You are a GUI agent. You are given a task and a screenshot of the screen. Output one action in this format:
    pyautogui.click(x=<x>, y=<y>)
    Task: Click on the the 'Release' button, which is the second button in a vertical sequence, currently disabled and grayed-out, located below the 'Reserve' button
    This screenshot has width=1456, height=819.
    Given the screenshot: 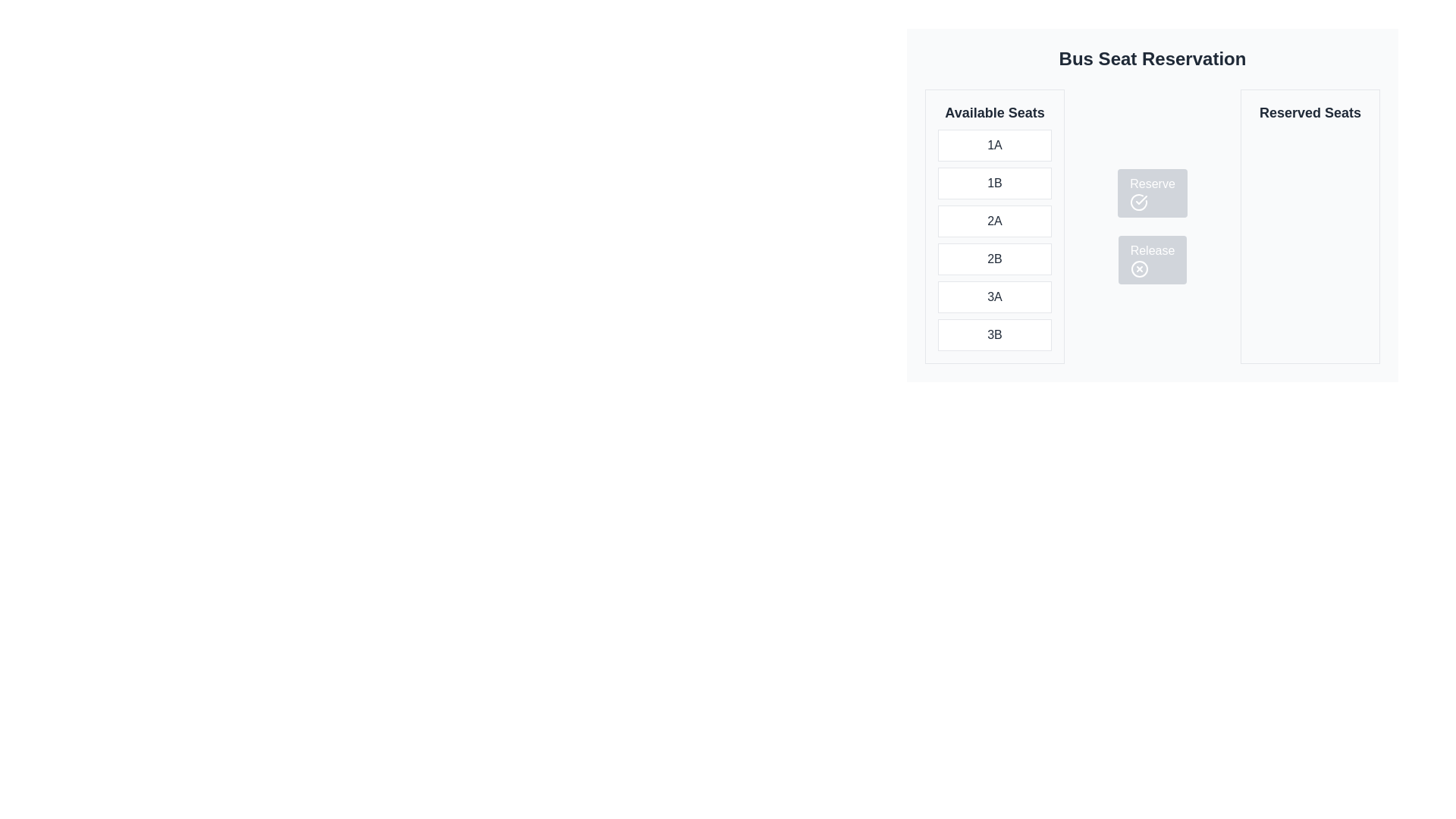 What is the action you would take?
    pyautogui.click(x=1153, y=259)
    